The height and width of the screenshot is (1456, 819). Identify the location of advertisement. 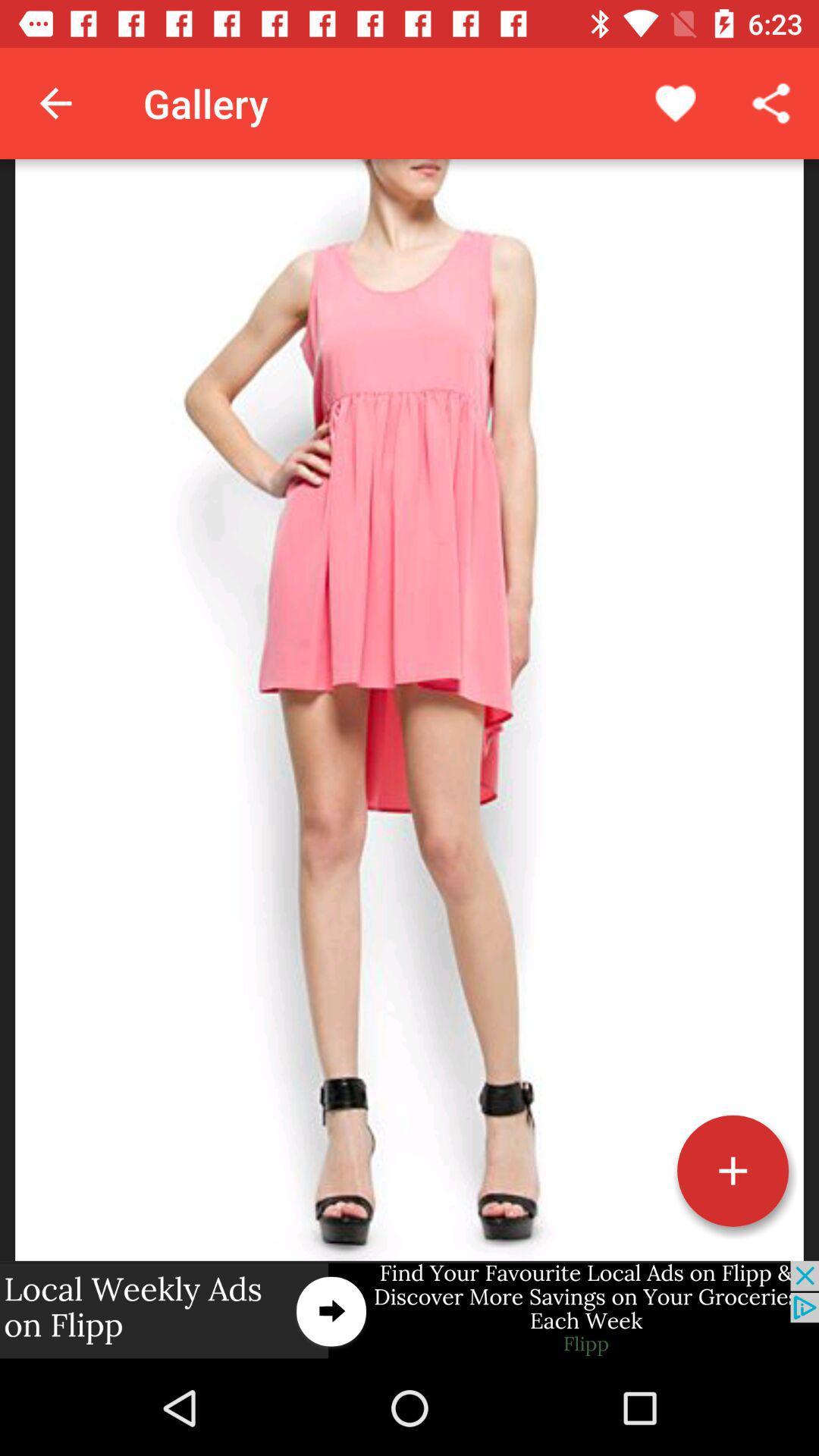
(409, 1310).